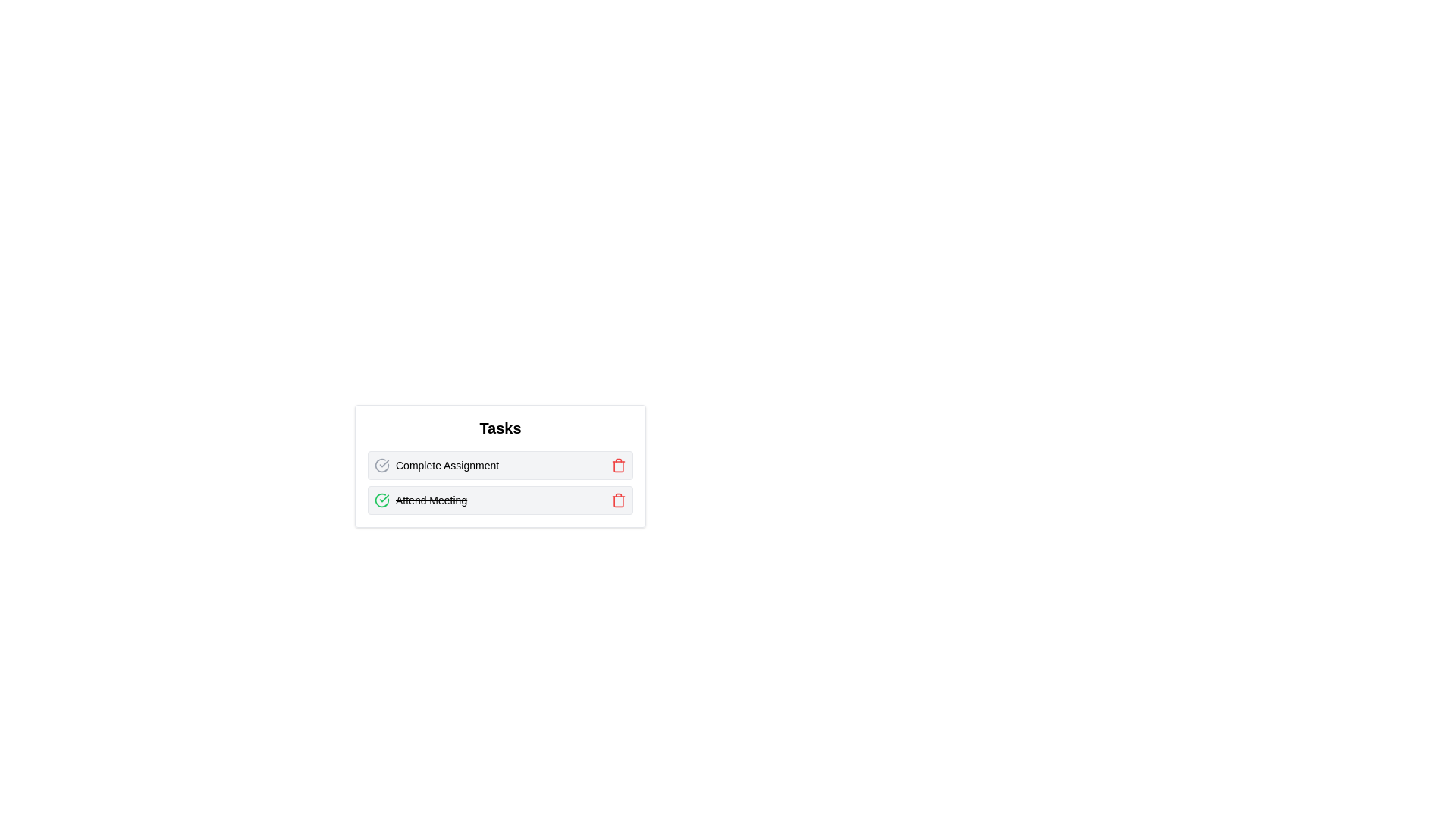  I want to click on text 'Complete Assignment' from the Label with Icon that features a circular checkmark, positioned as the first item in the task list under the 'Tasks' heading, so click(436, 464).